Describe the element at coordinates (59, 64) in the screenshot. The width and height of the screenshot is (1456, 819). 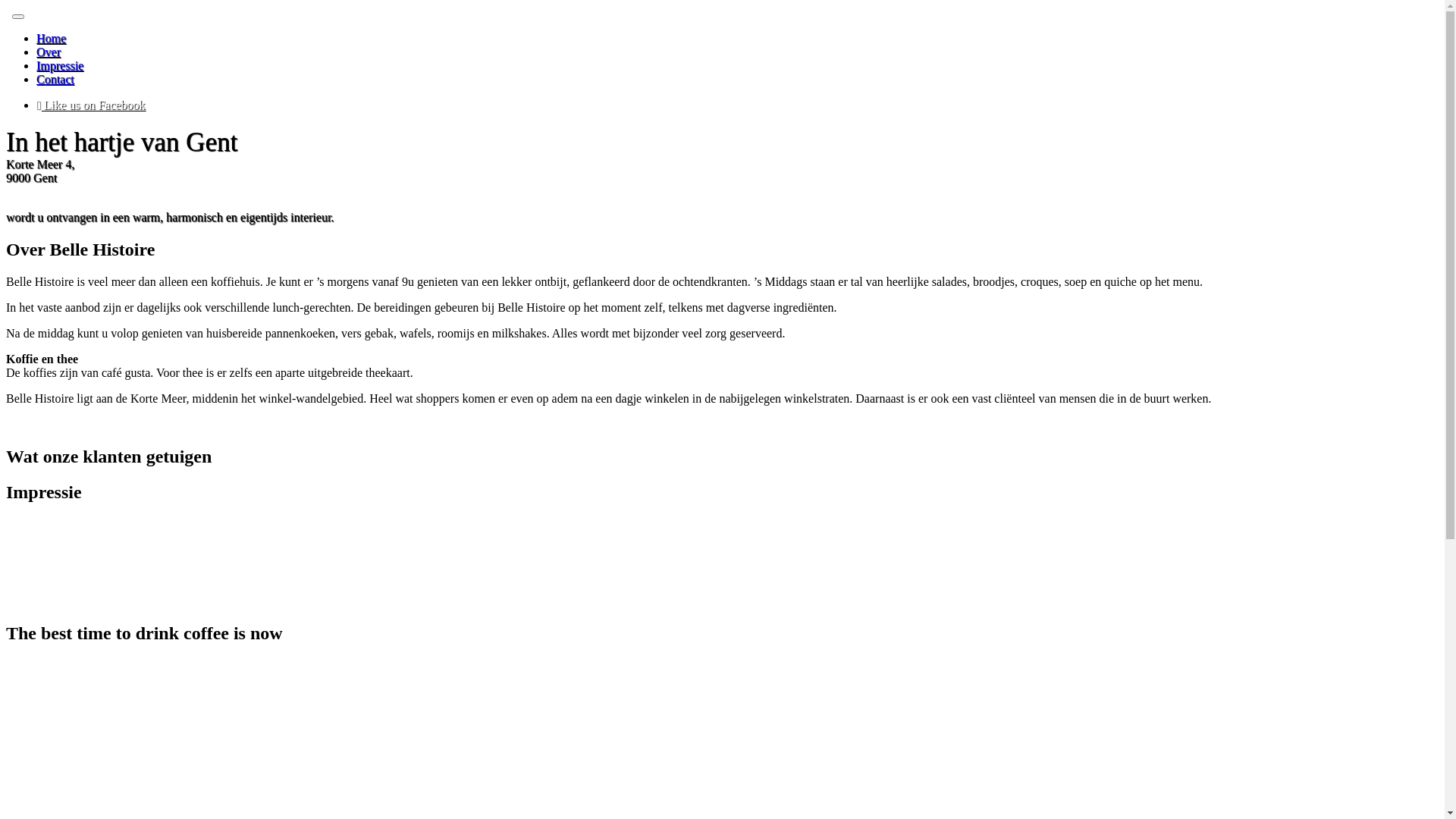
I see `'Impressie'` at that location.